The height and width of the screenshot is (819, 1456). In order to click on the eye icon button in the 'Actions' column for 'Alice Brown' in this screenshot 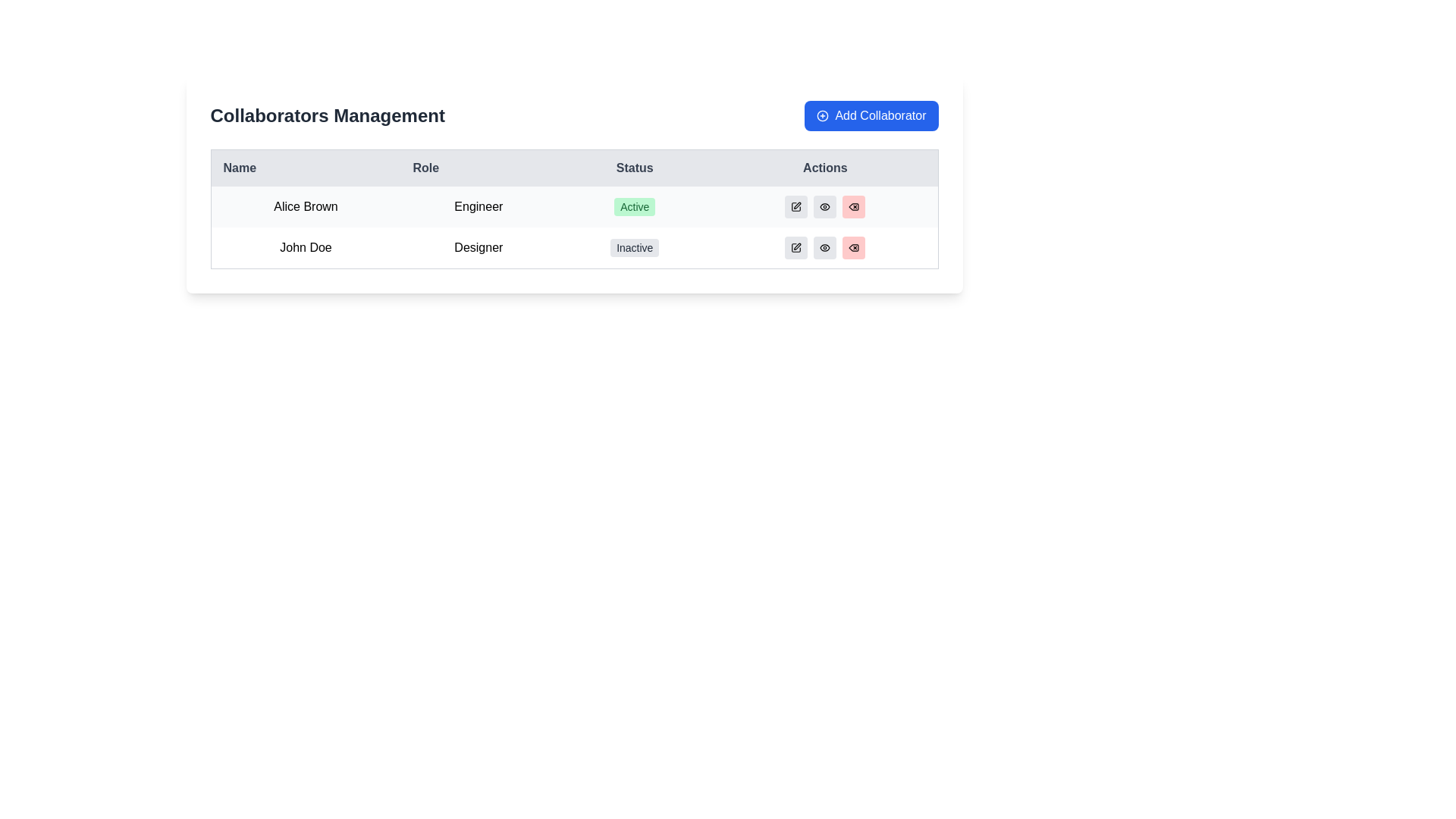, I will do `click(824, 207)`.